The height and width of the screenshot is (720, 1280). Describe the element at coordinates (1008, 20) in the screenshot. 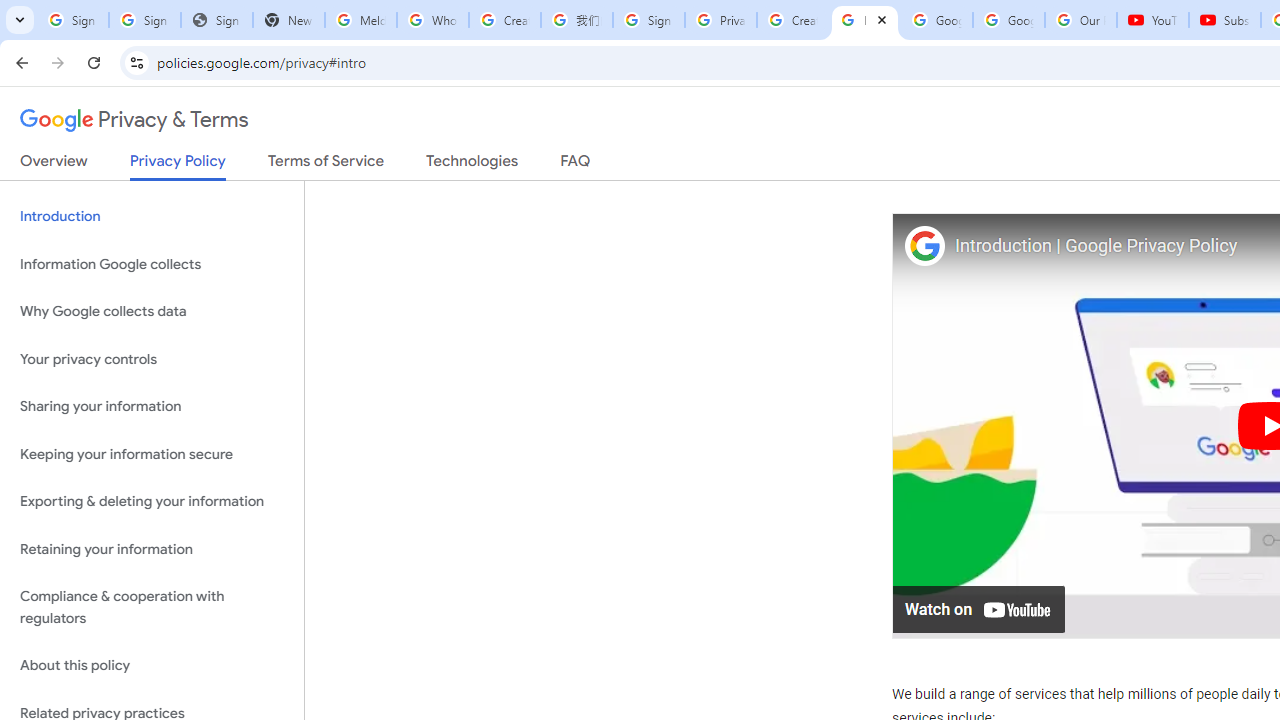

I see `'Google Account'` at that location.